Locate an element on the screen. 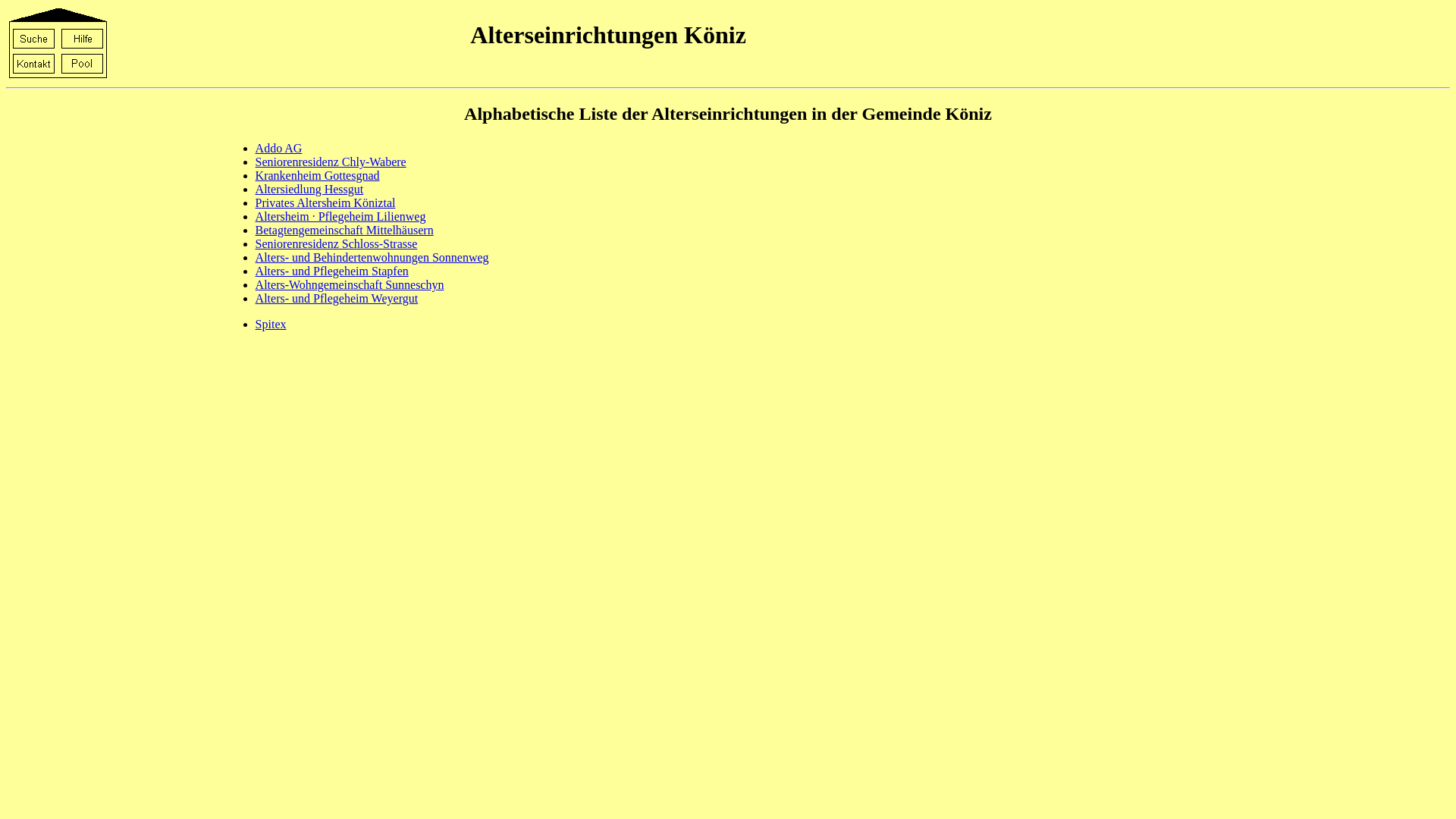 Image resolution: width=1456 pixels, height=819 pixels. 'Alters-Wohngemeinschaft Sunneschyn' is located at coordinates (349, 284).